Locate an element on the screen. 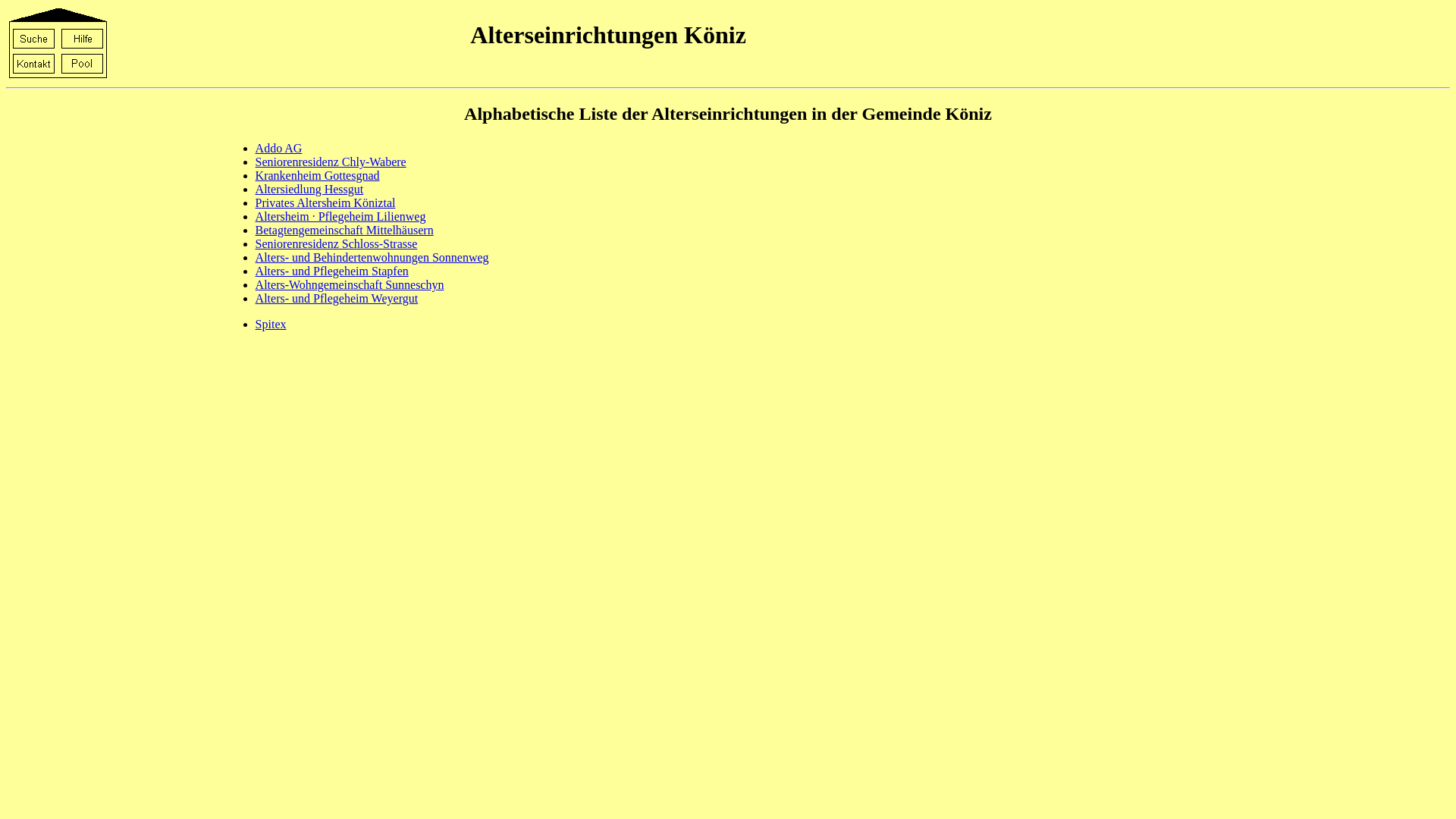 Image resolution: width=1456 pixels, height=819 pixels. 'Alters-Wohngemeinschaft Sunneschyn' is located at coordinates (349, 284).